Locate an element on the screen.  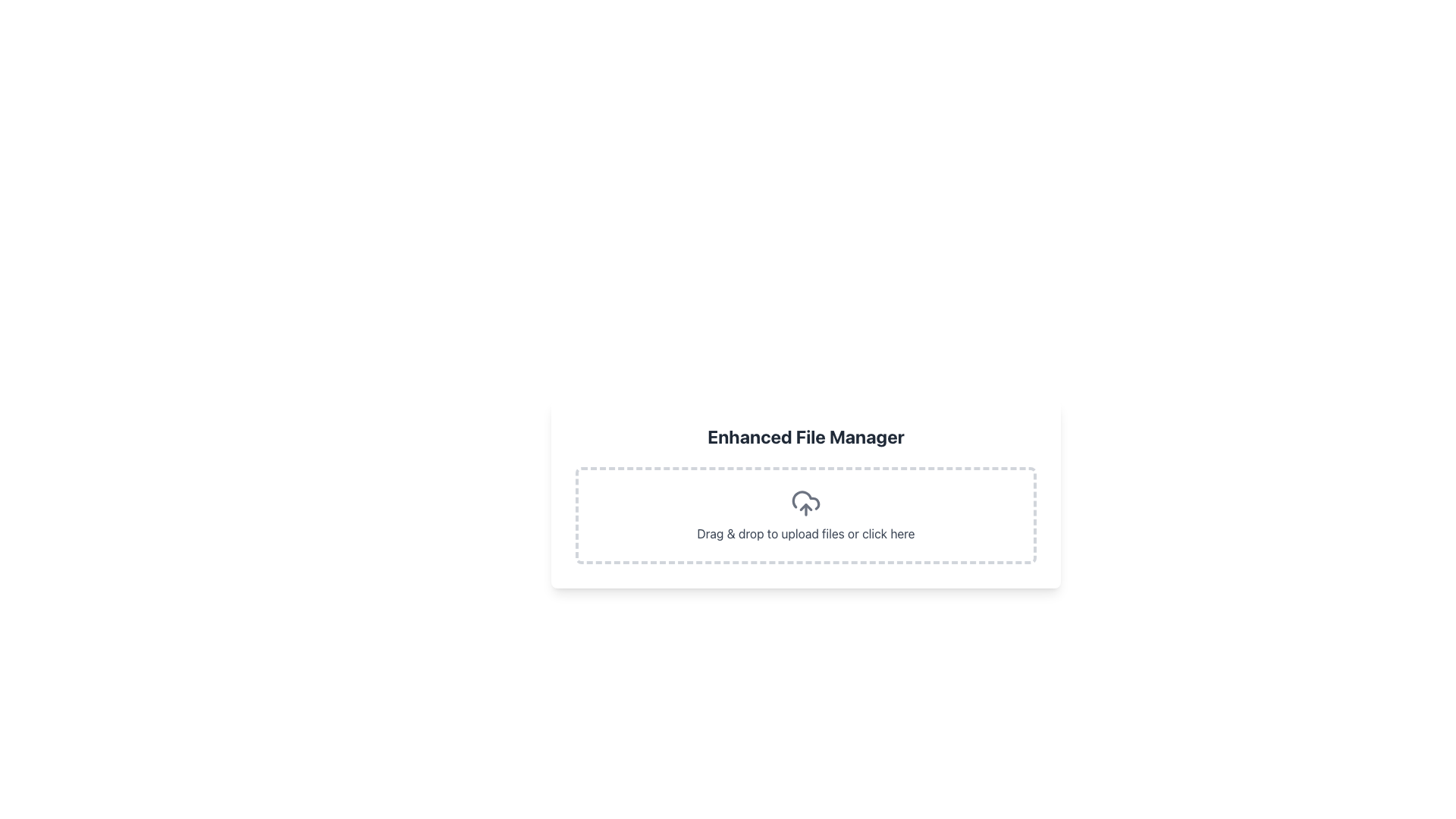
the Interactive File Upload Area with the header 'Enhanced File Manager' is located at coordinates (805, 509).